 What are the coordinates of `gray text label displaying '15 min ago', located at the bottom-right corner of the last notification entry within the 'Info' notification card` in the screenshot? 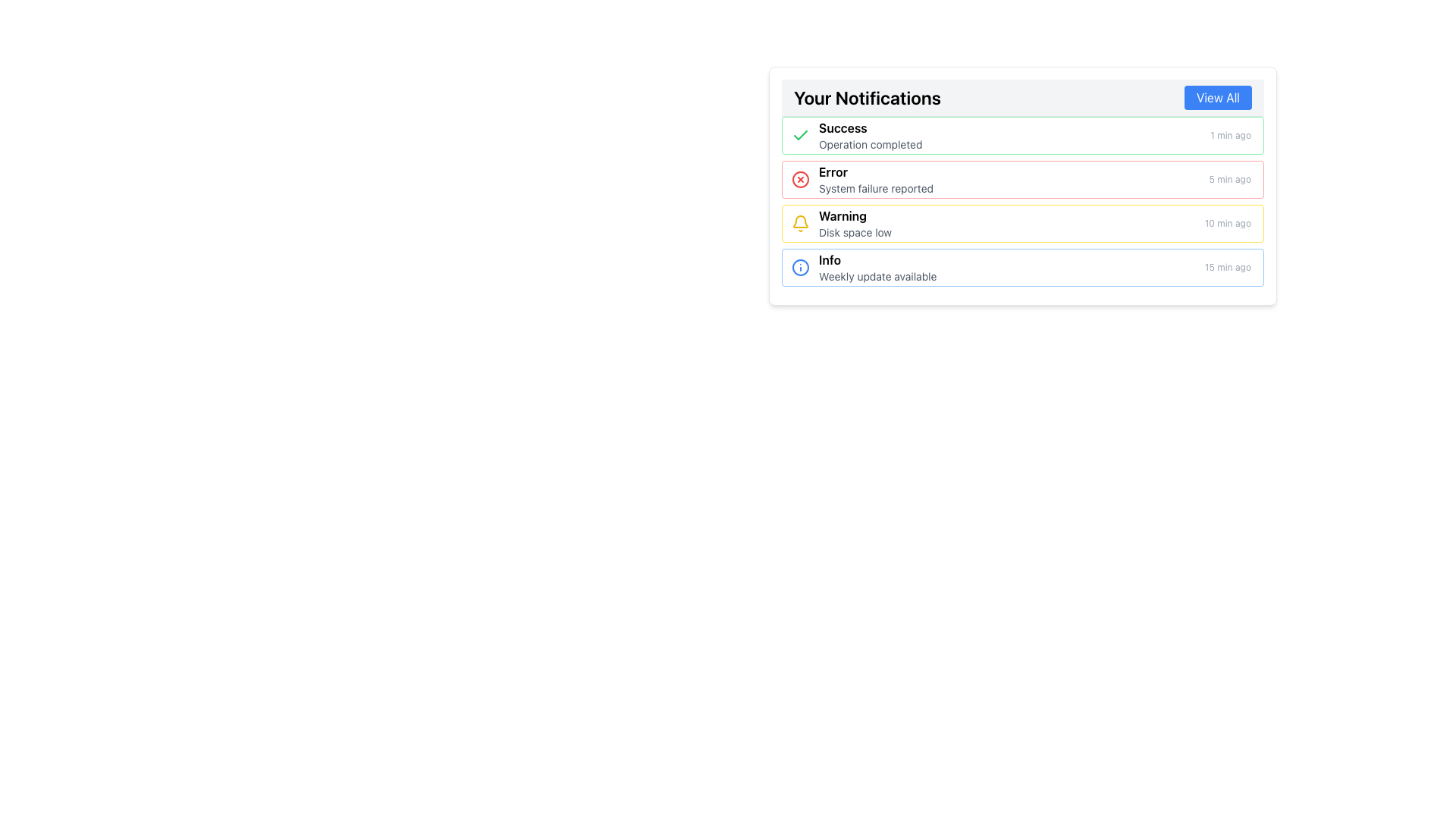 It's located at (1228, 267).